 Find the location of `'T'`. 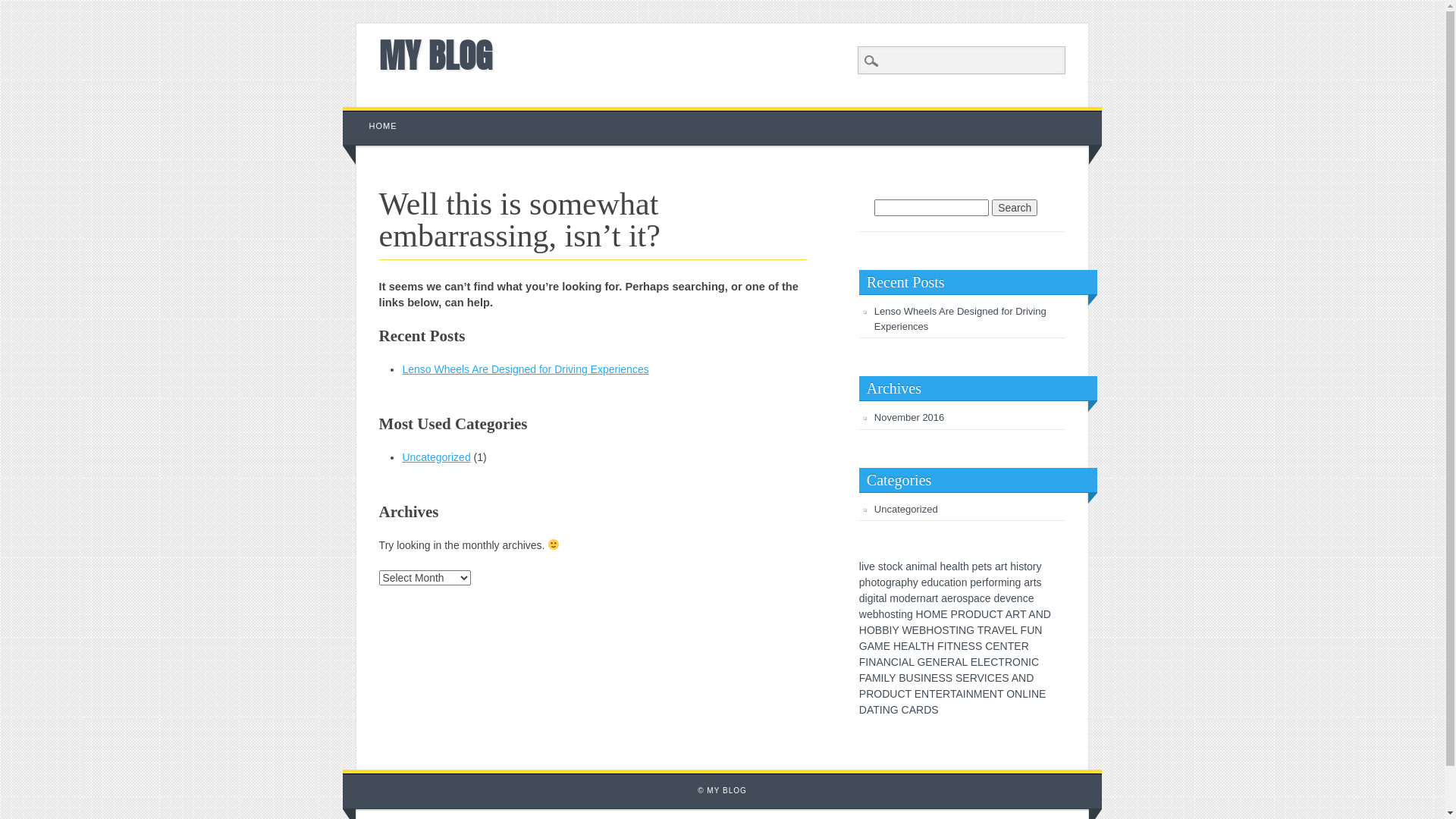

'T' is located at coordinates (949, 646).